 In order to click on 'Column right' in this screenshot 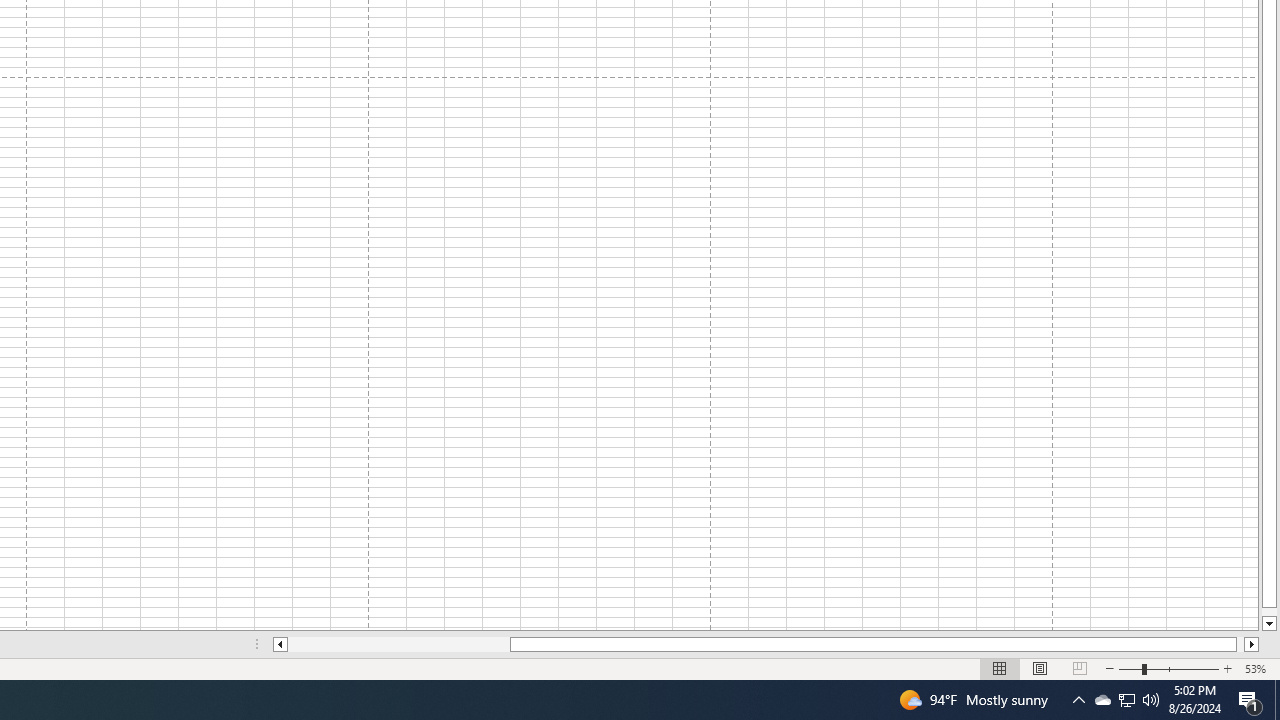, I will do `click(1251, 644)`.